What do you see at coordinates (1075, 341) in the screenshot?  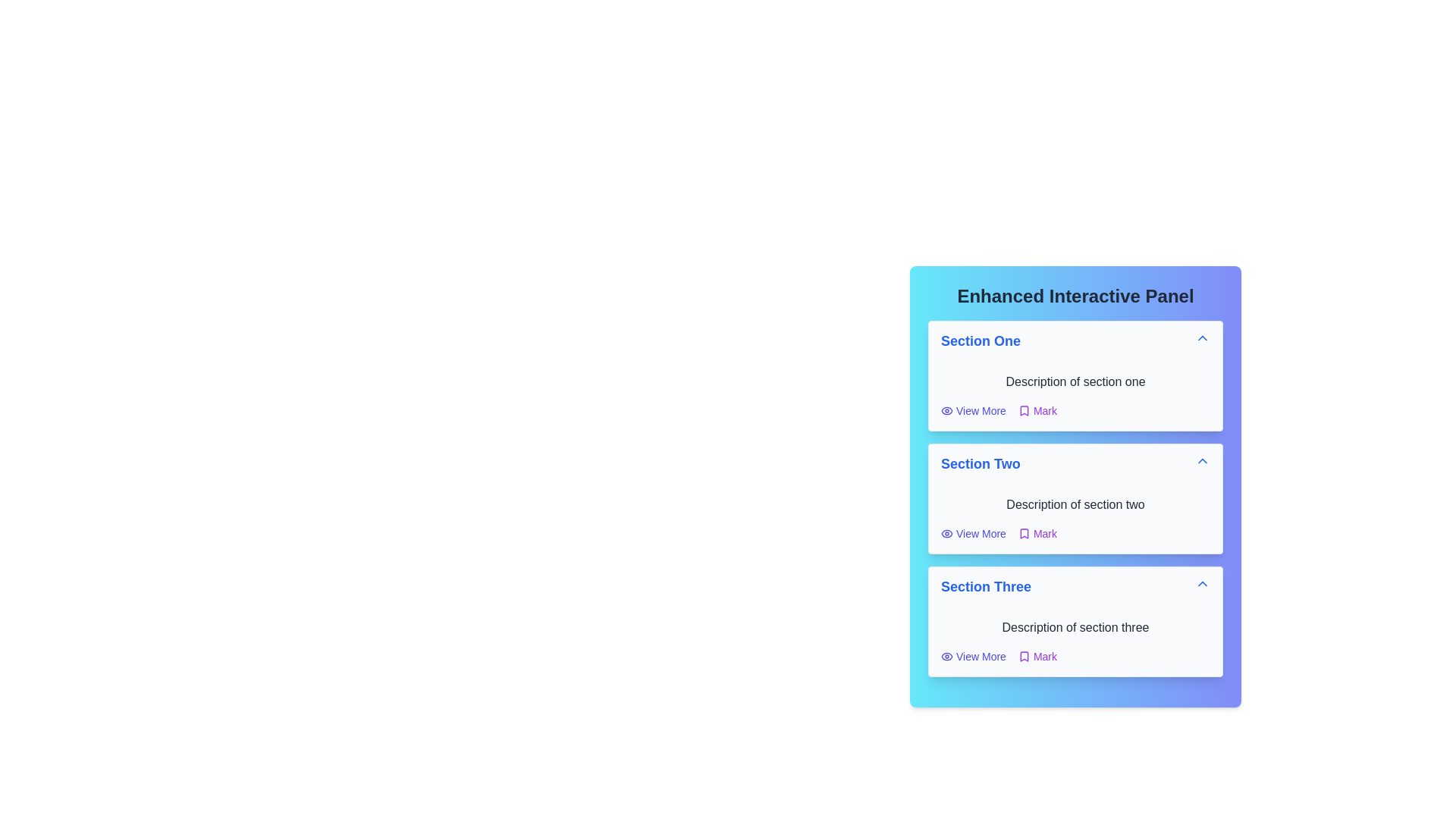 I see `the header button of the first section card` at bounding box center [1075, 341].